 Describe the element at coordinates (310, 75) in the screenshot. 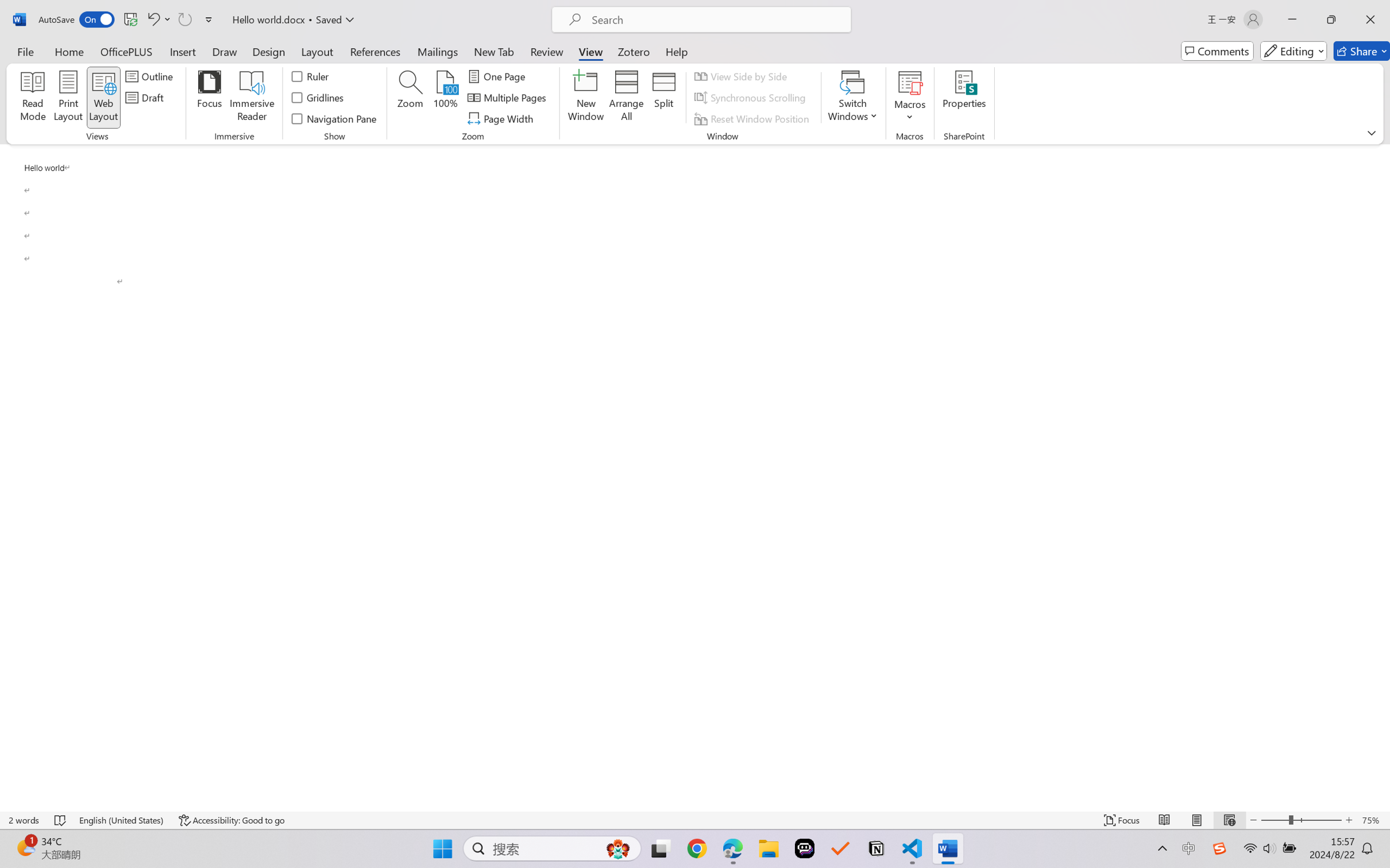

I see `'Ruler'` at that location.